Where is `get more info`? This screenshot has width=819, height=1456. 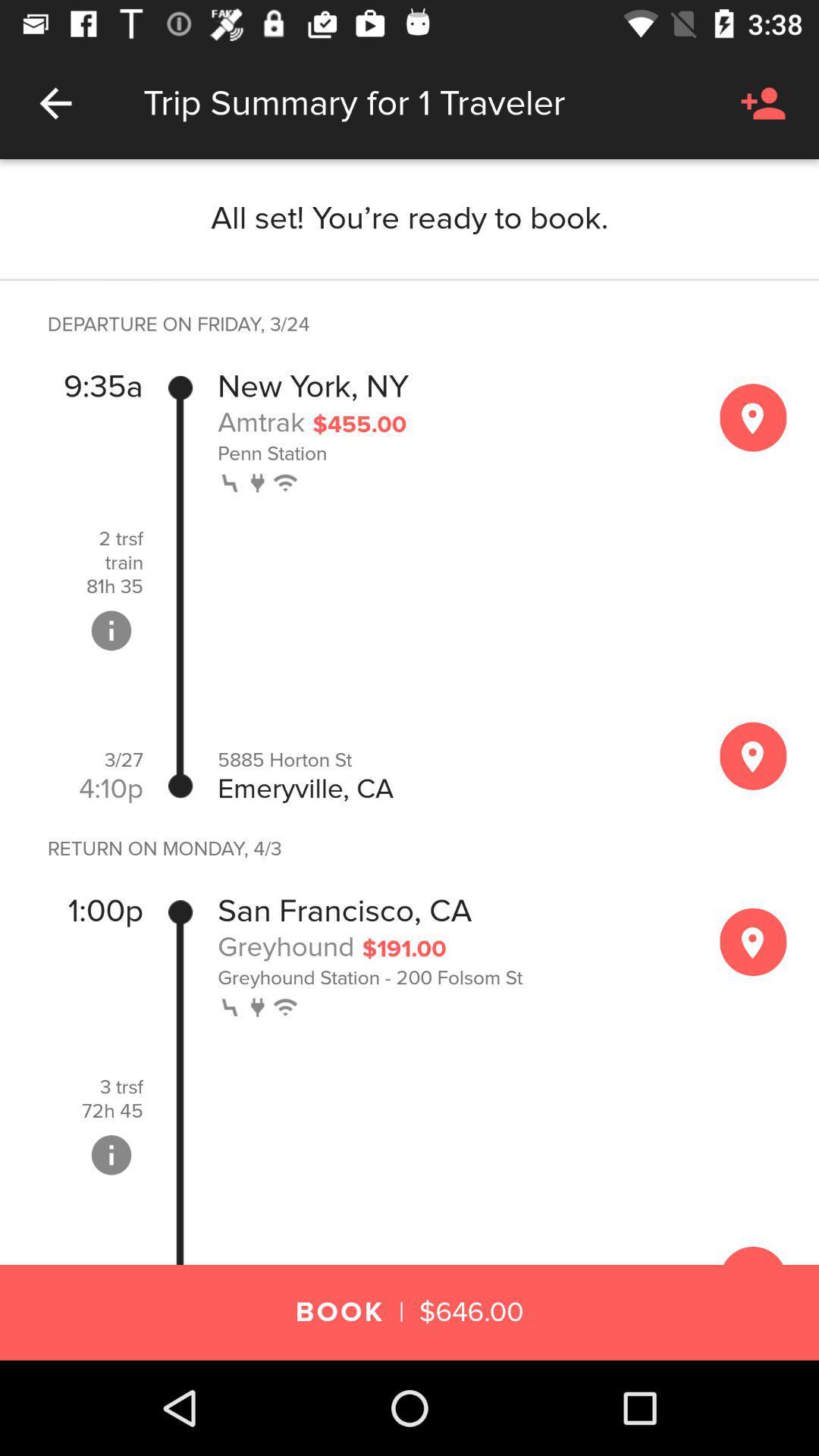 get more info is located at coordinates (110, 1154).